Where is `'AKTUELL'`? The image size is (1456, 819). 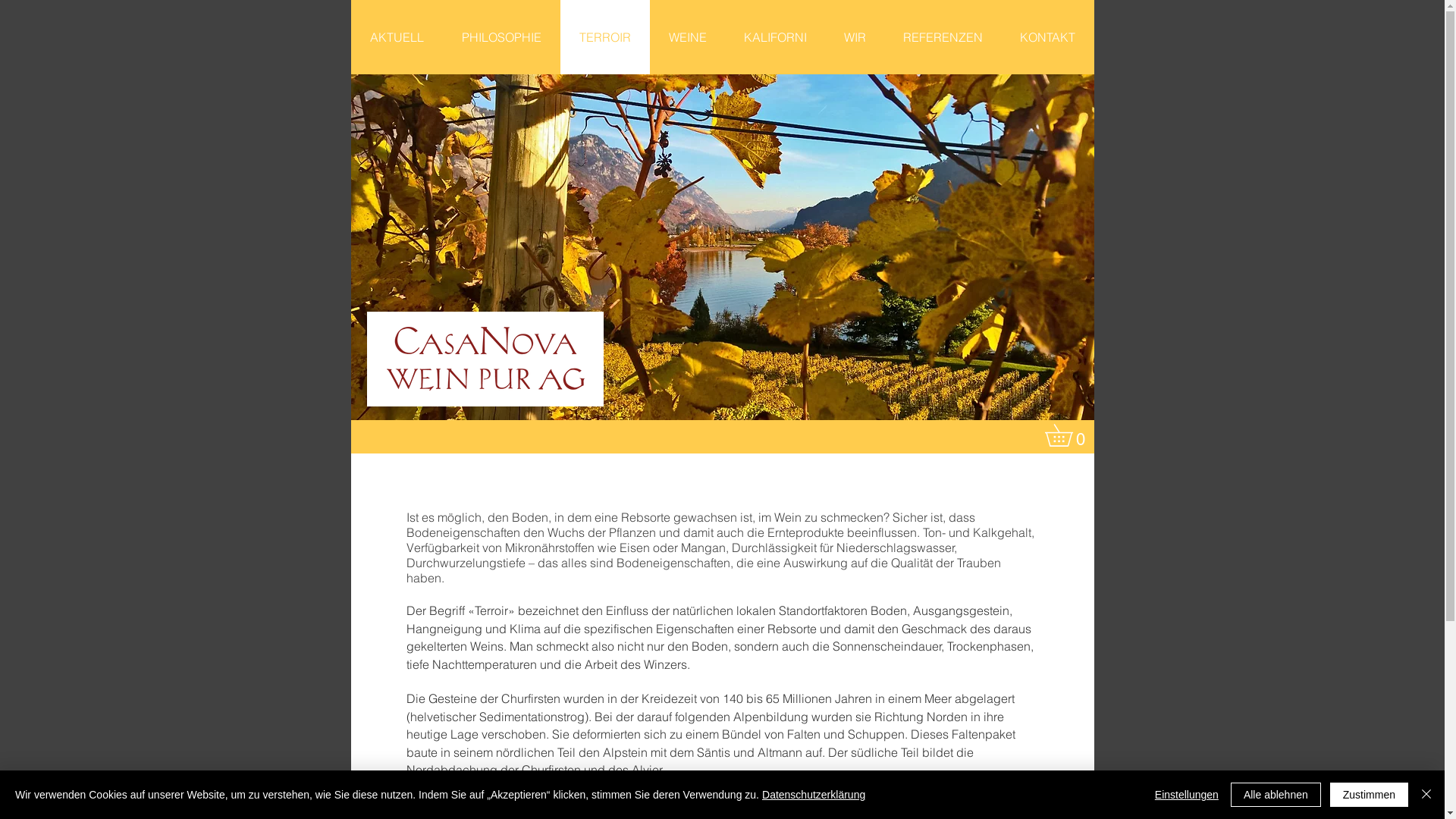 'AKTUELL' is located at coordinates (396, 36).